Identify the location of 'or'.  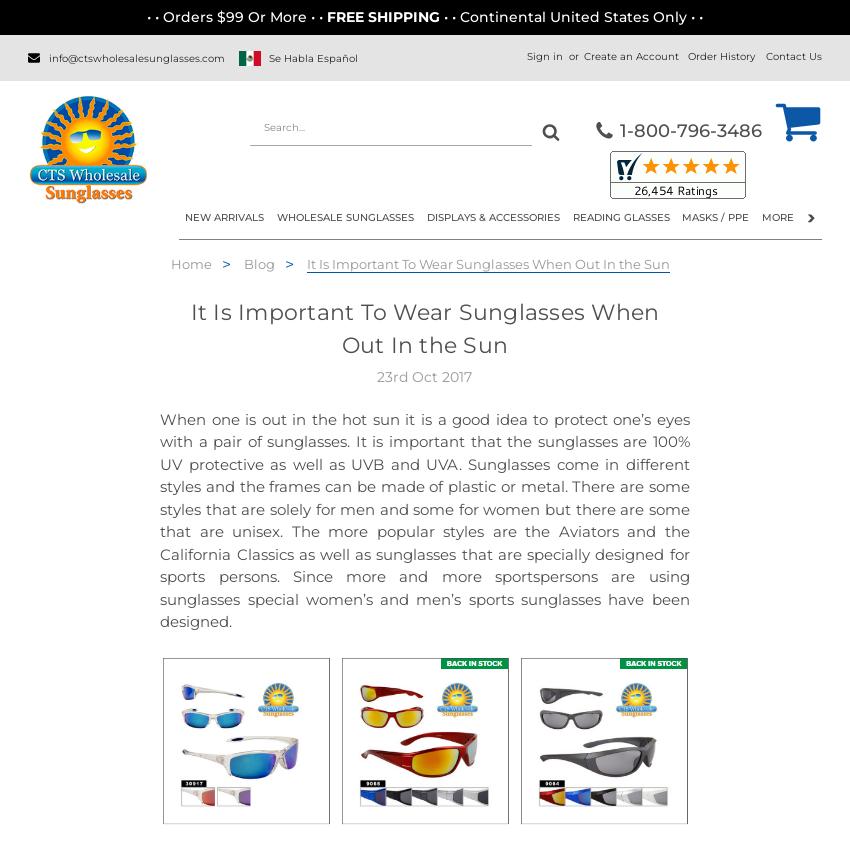
(572, 55).